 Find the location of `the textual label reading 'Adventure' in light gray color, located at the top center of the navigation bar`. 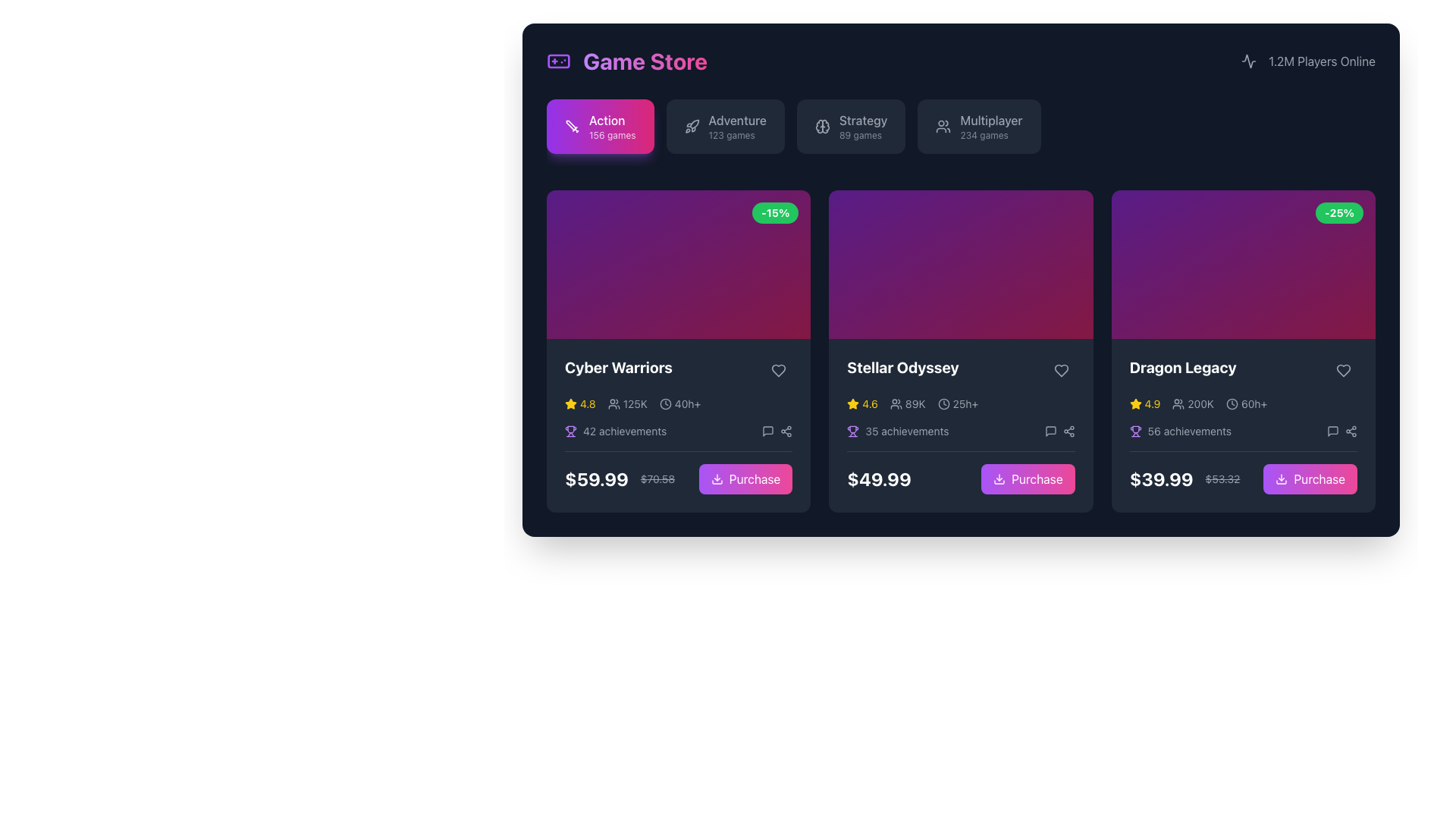

the textual label reading 'Adventure' in light gray color, located at the top center of the navigation bar is located at coordinates (737, 119).